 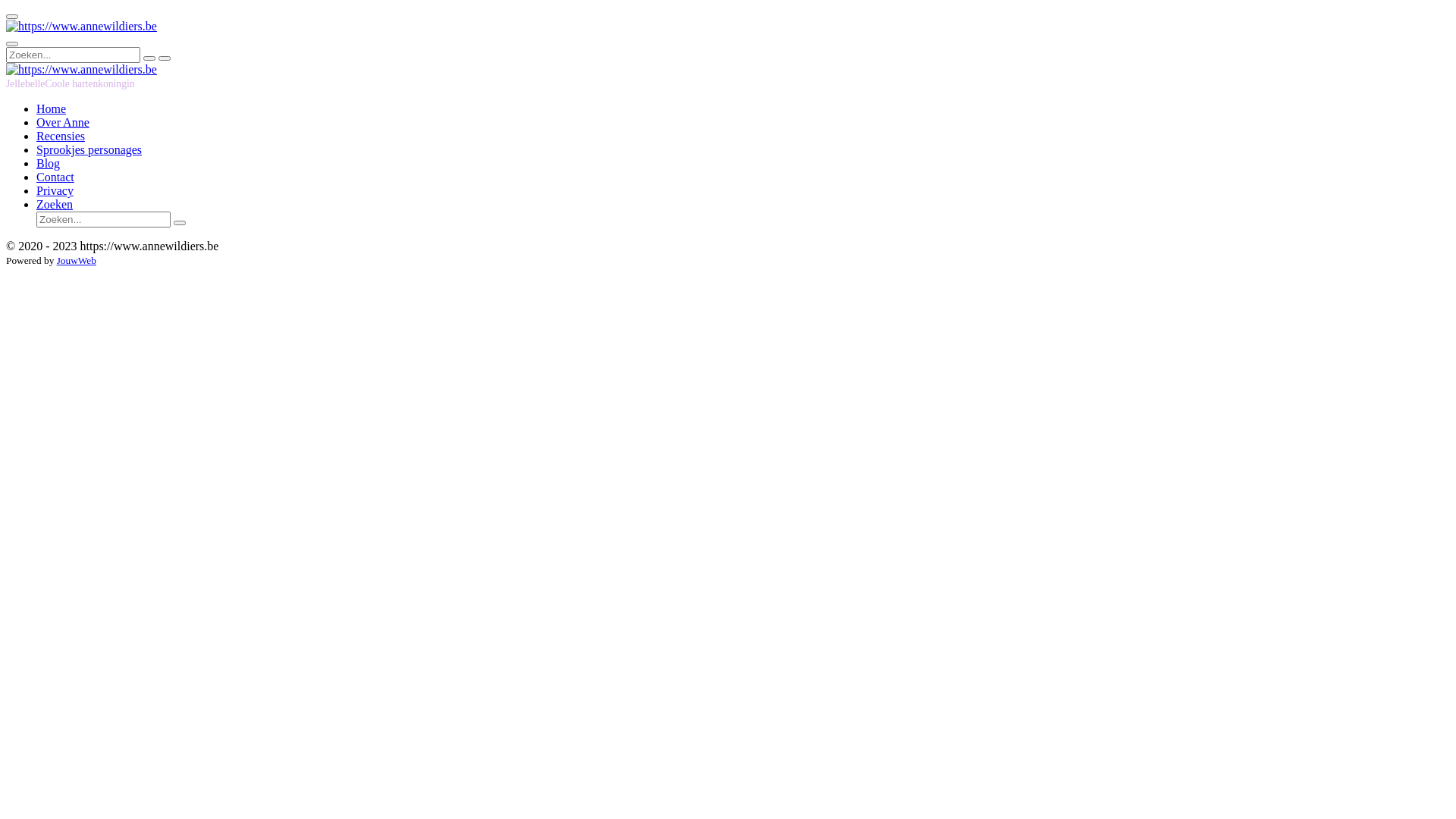 I want to click on 'Zoeken', so click(x=55, y=203).